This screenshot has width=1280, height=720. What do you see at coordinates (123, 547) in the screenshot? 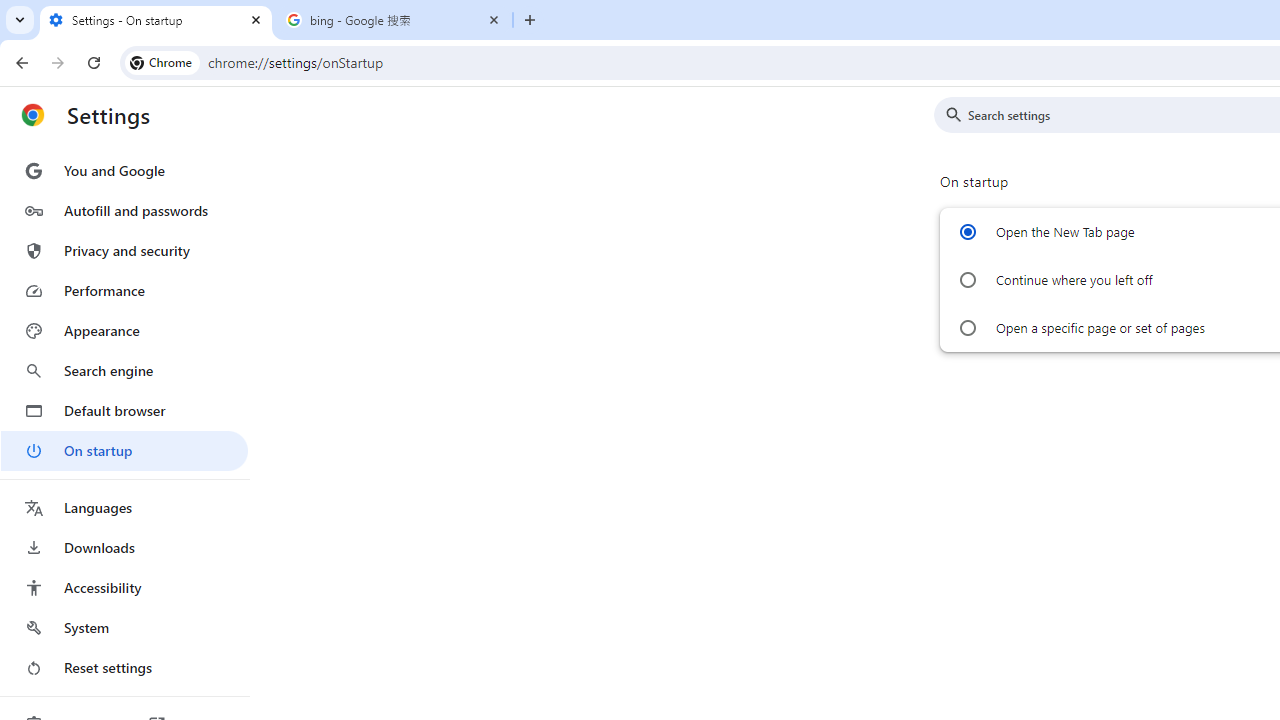
I see `'Downloads'` at bounding box center [123, 547].